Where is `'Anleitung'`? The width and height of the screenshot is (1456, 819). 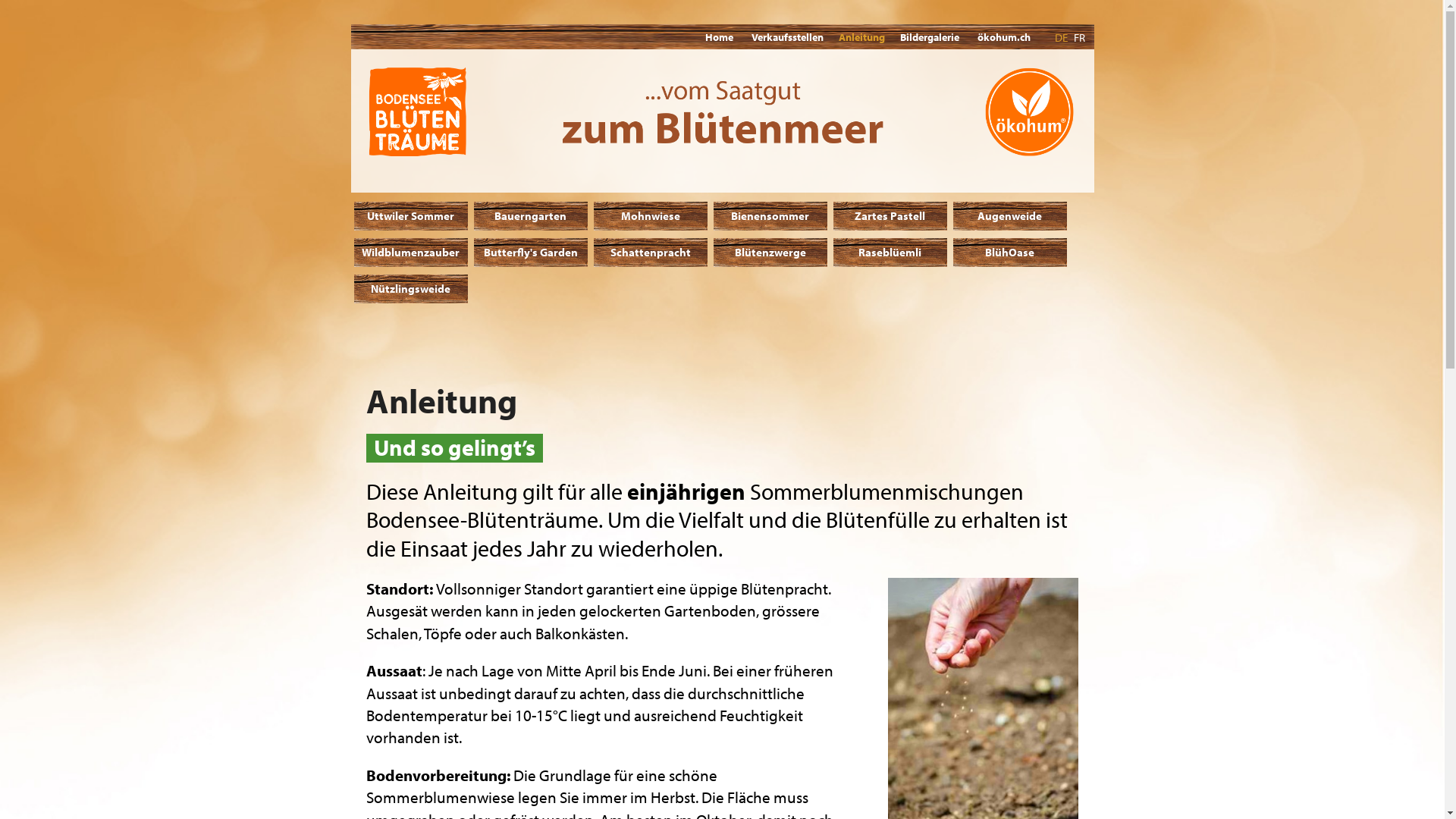
'Anleitung' is located at coordinates (861, 36).